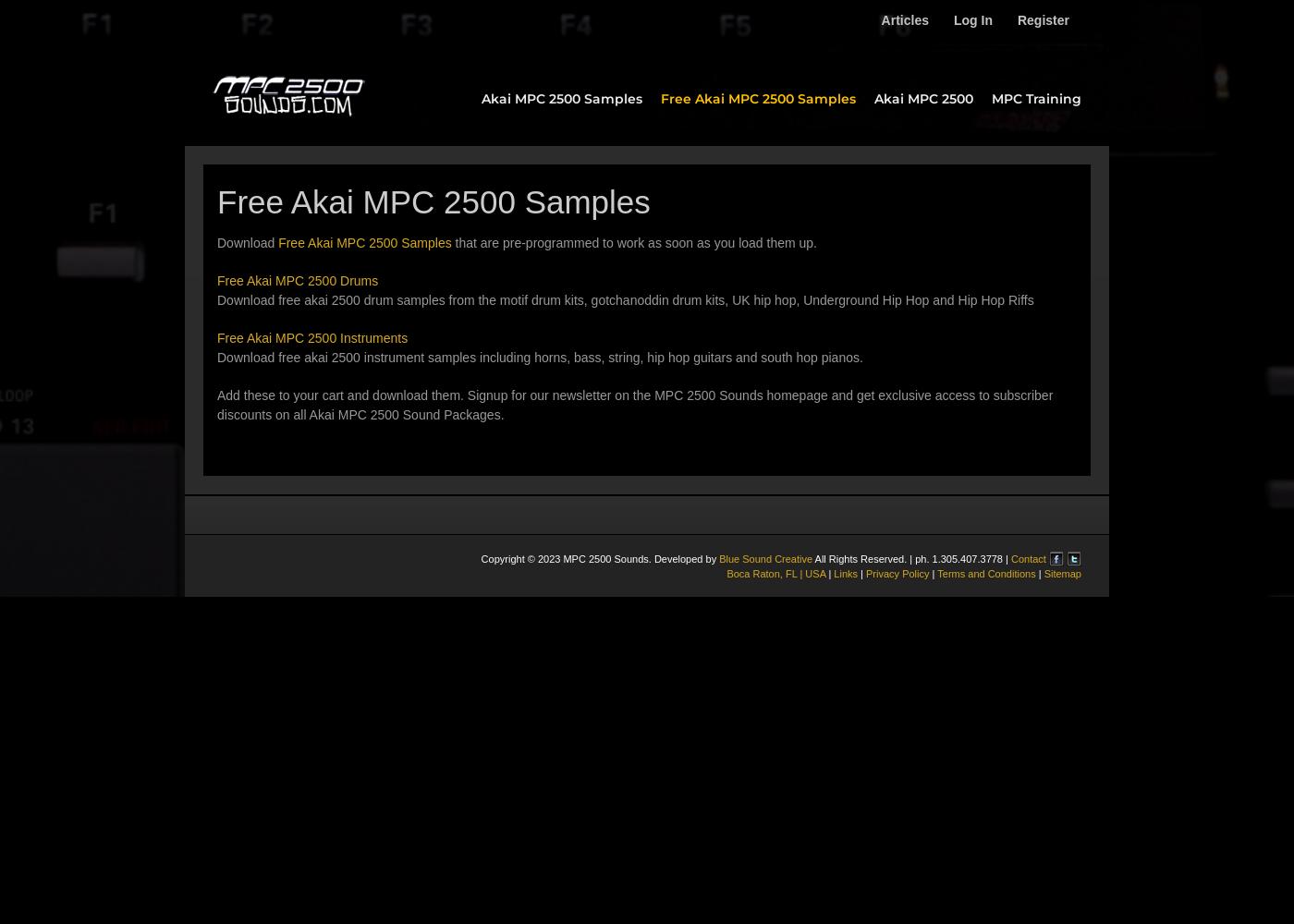  What do you see at coordinates (1065, 192) in the screenshot?
I see `'MPC Training Gold Package'` at bounding box center [1065, 192].